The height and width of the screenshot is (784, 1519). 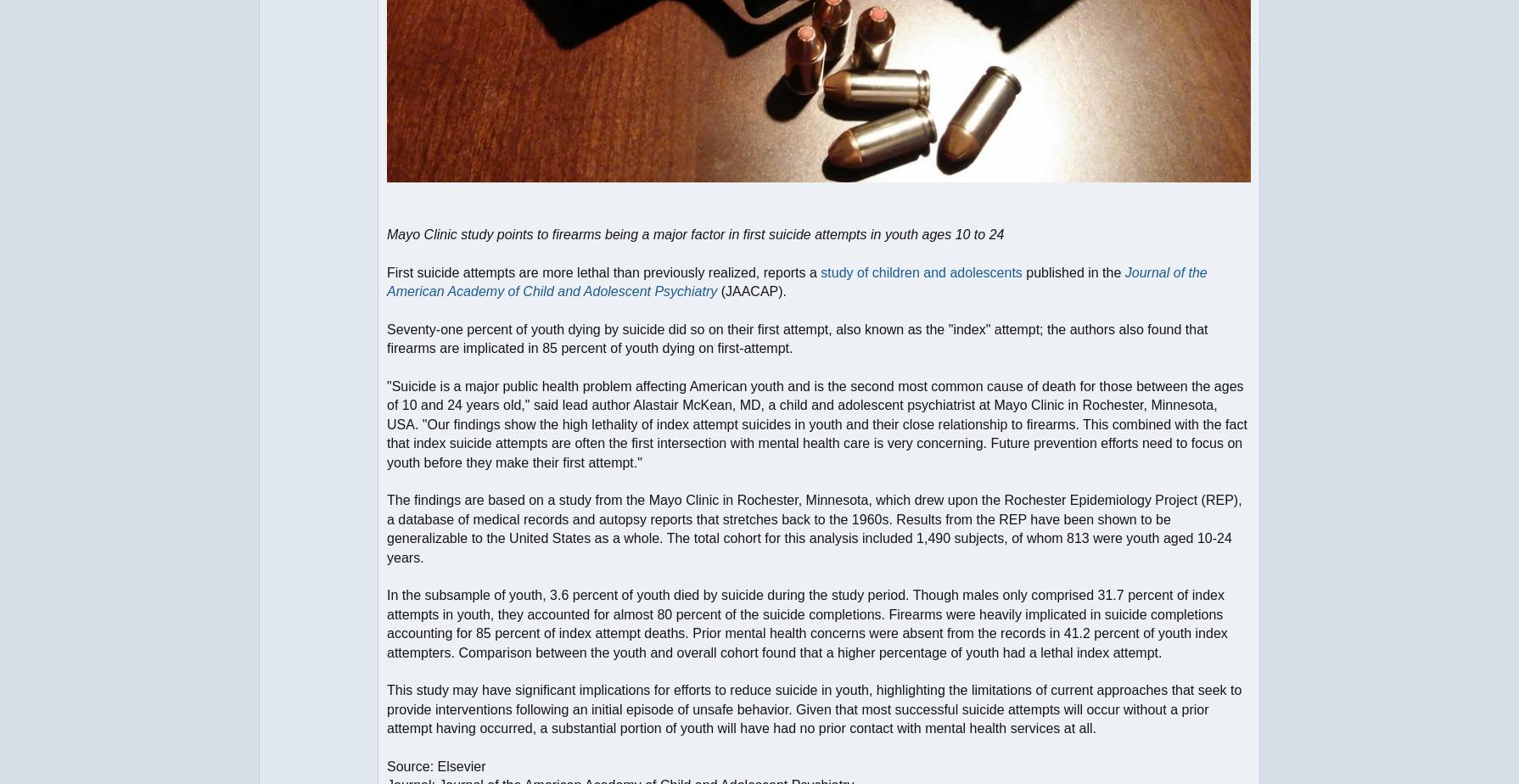 What do you see at coordinates (807, 624) in the screenshot?
I see `'In the subsample of youth, 3.6 percent of youth died by suicide during the study period. Though males only comprised 31.7 percent of index attempts in youth, they accounted for almost 80 percent of the suicide completions. Firearms were heavily implicated in suicide completions accounting for 85 percent of index attempt deaths. Prior mental health concerns were absent from the records in 41.2 percent of youth index attempters. Comparison between the youth and overall cohort found that a higher percentage of youth had a lethal index attempt.'` at bounding box center [807, 624].